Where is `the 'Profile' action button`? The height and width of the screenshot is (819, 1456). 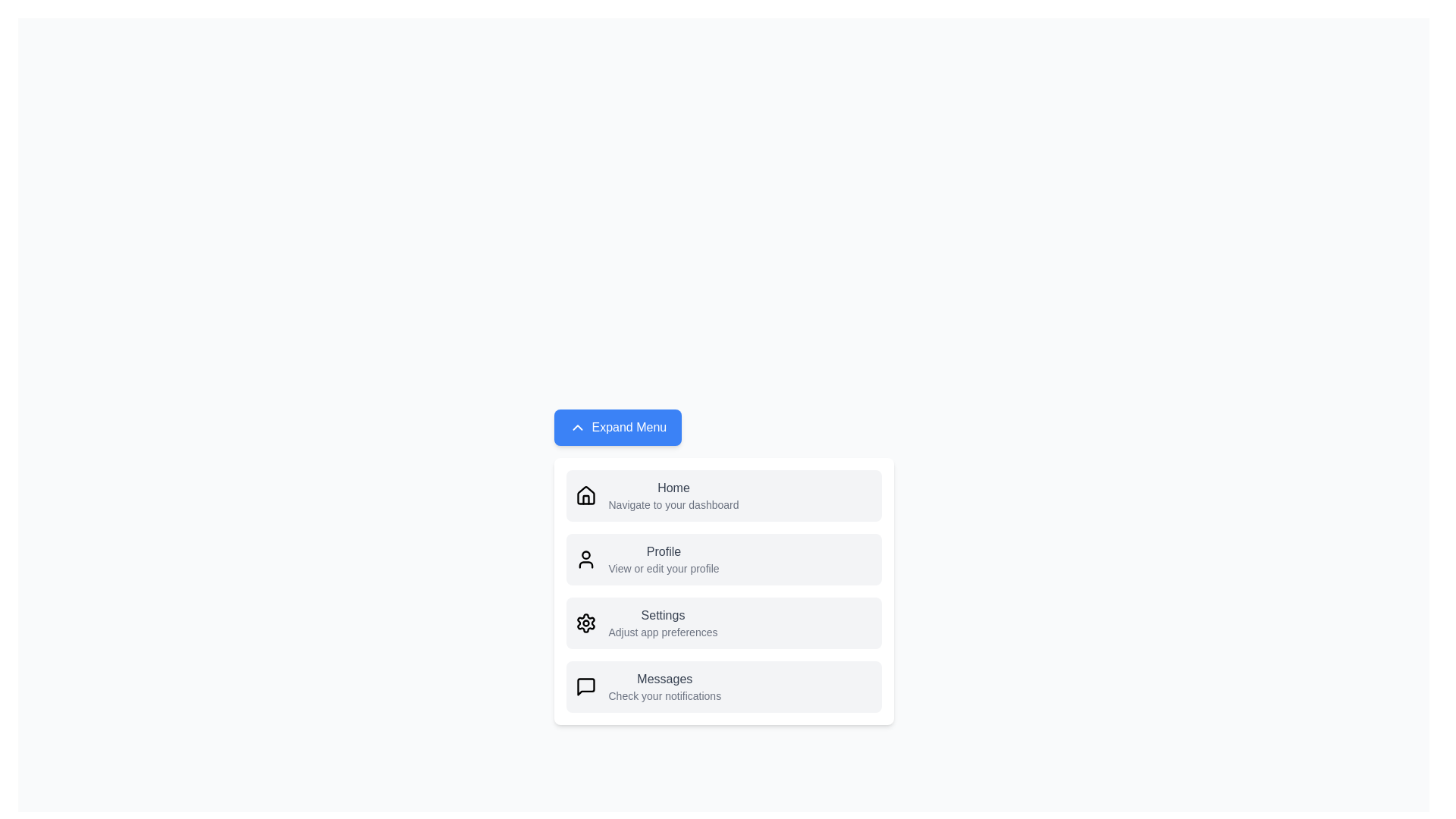 the 'Profile' action button is located at coordinates (664, 559).